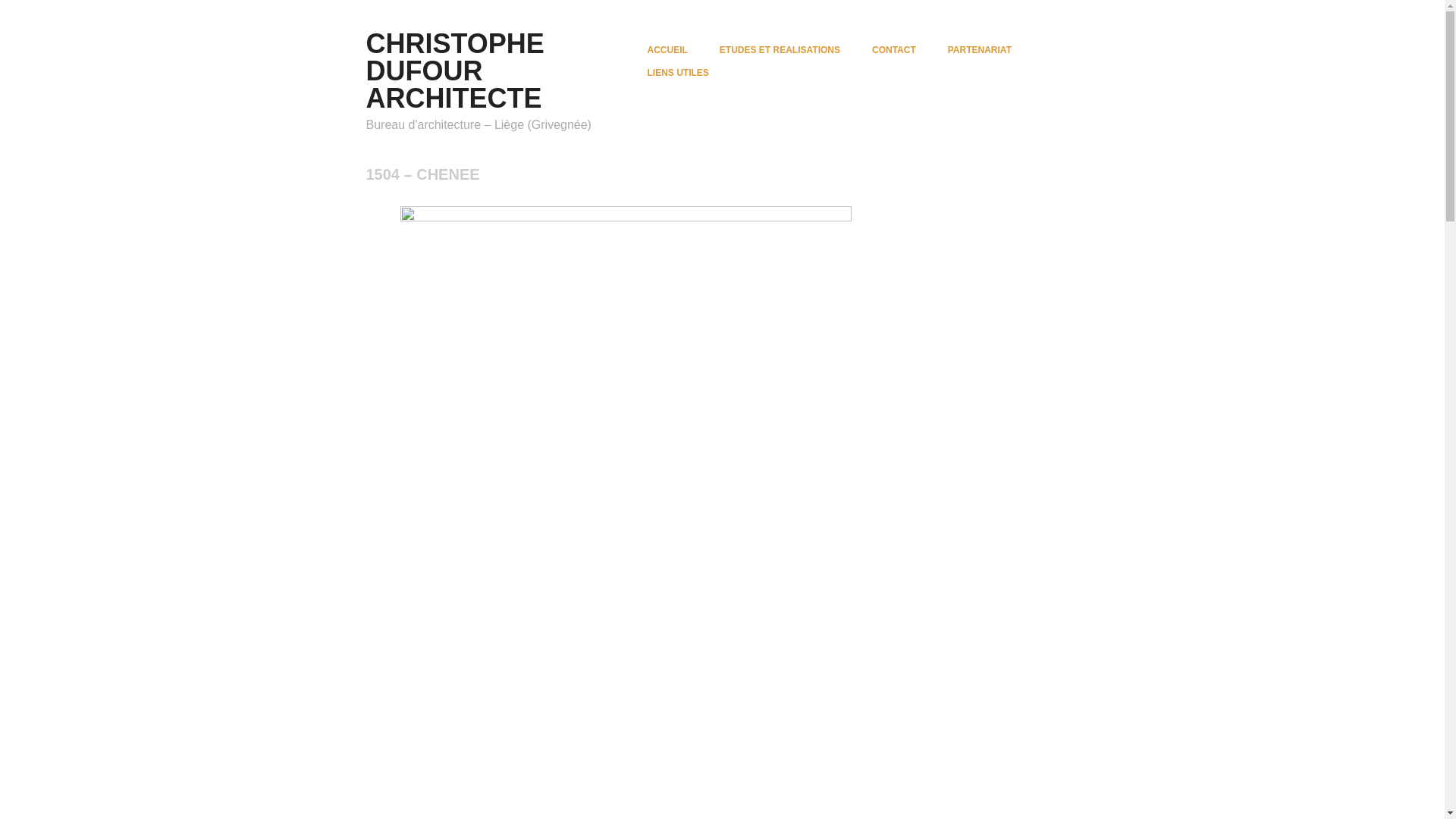 This screenshot has width=1456, height=819. What do you see at coordinates (453, 71) in the screenshot?
I see `'CHRISTOPHE DUFOUR ARCHITECTE'` at bounding box center [453, 71].